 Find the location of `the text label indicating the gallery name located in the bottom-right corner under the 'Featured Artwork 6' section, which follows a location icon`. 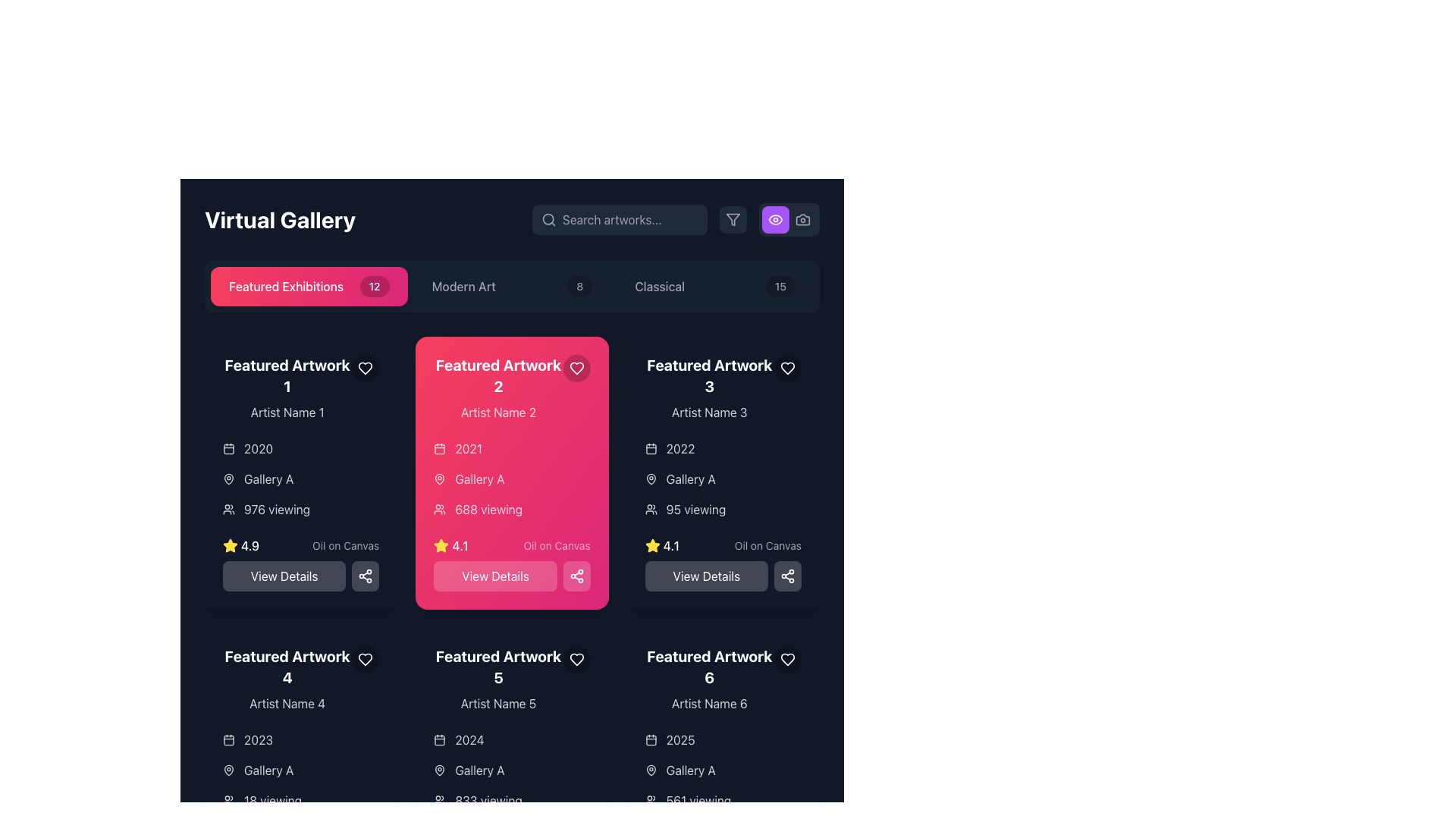

the text label indicating the gallery name located in the bottom-right corner under the 'Featured Artwork 6' section, which follows a location icon is located at coordinates (690, 770).